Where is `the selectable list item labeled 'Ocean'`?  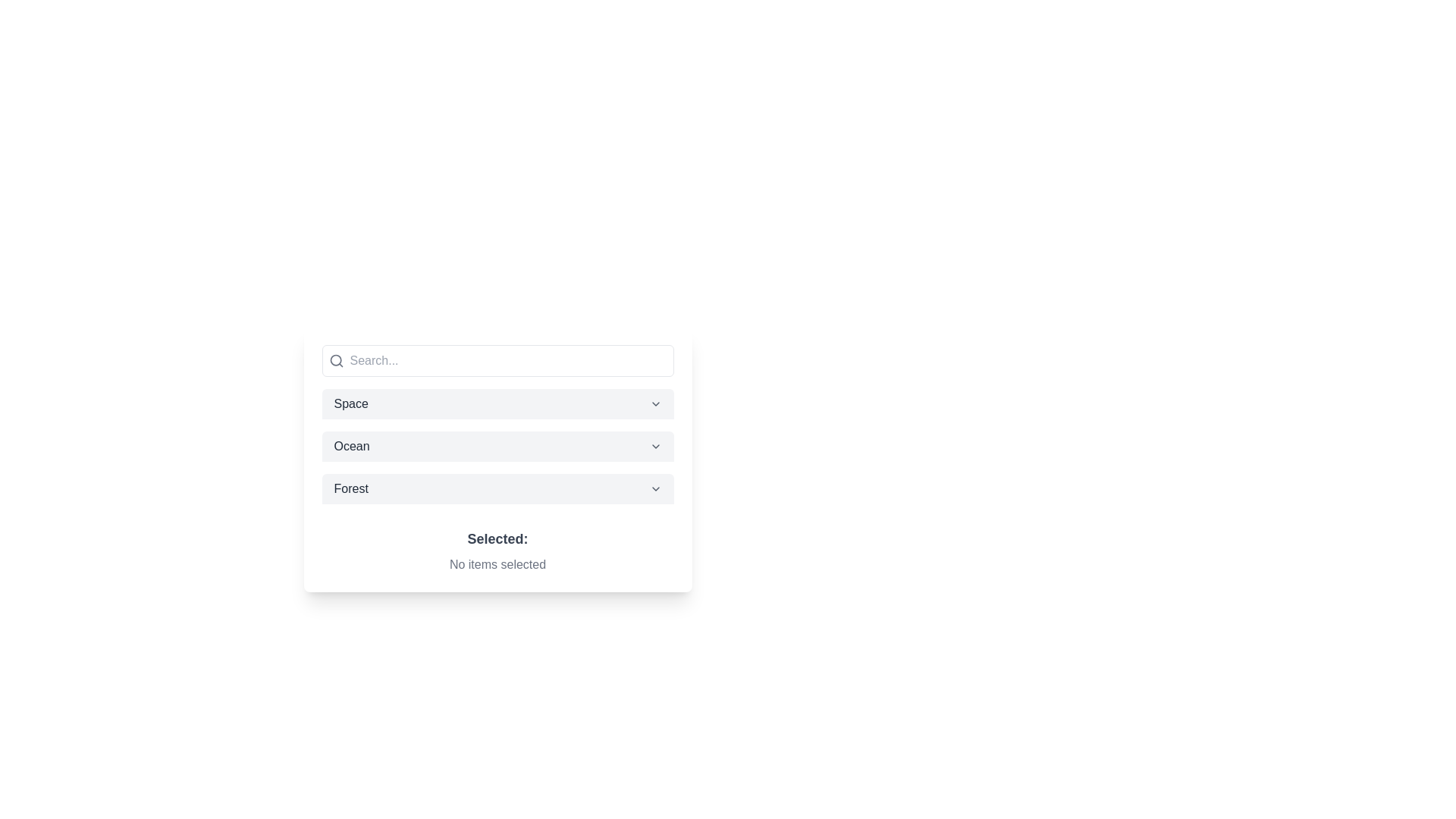
the selectable list item labeled 'Ocean' is located at coordinates (497, 446).